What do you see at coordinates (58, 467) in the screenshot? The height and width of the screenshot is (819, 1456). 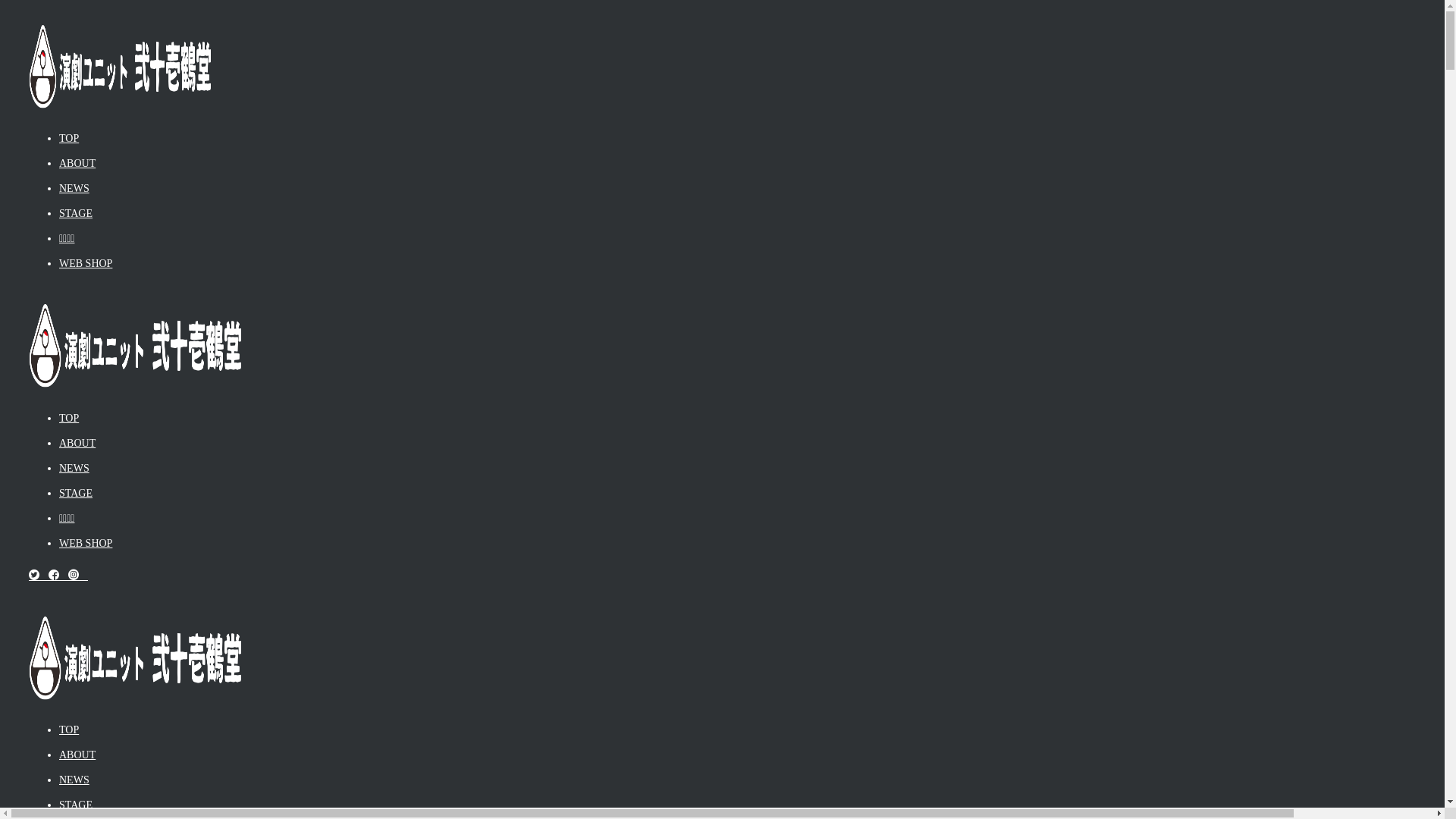 I see `'NEWS'` at bounding box center [58, 467].